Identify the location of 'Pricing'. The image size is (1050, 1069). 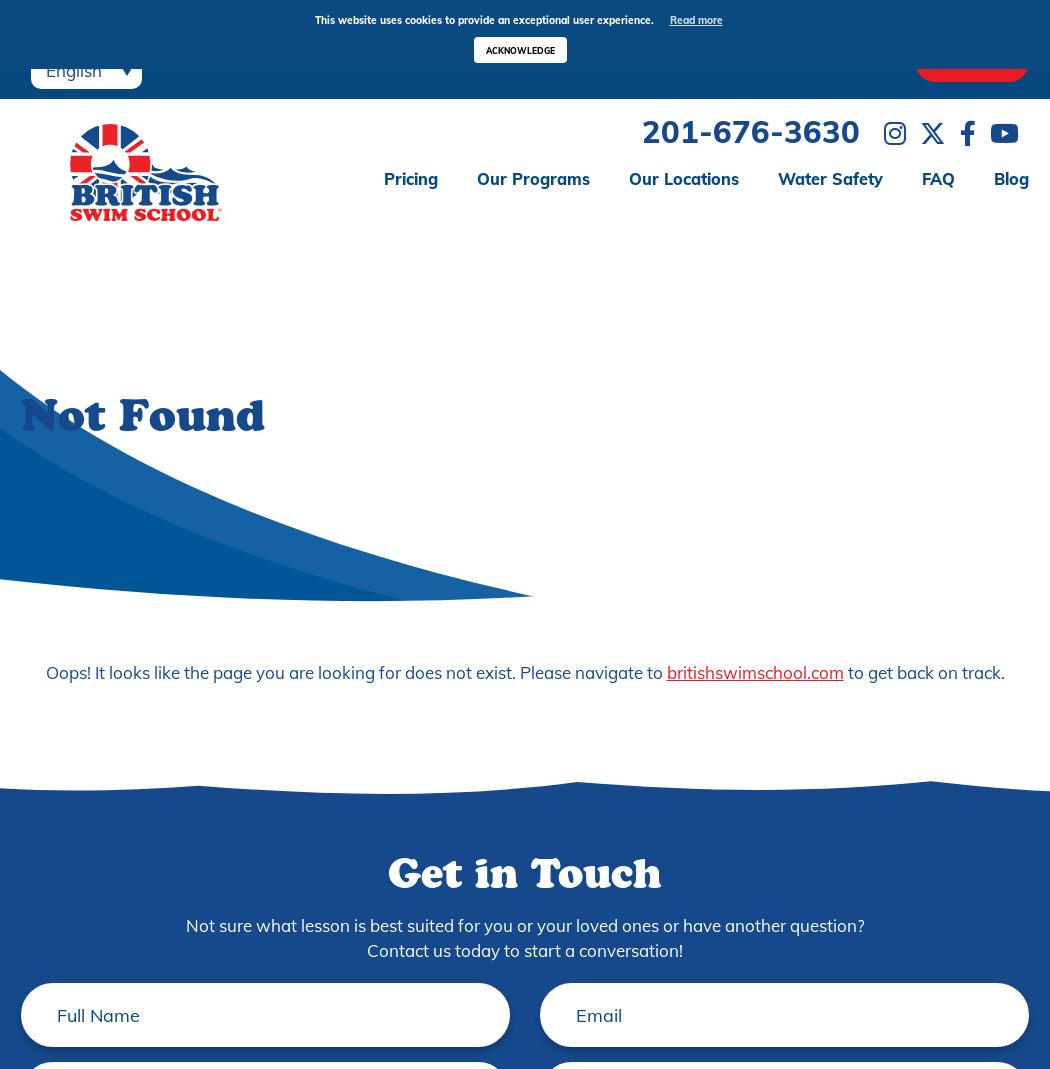
(410, 177).